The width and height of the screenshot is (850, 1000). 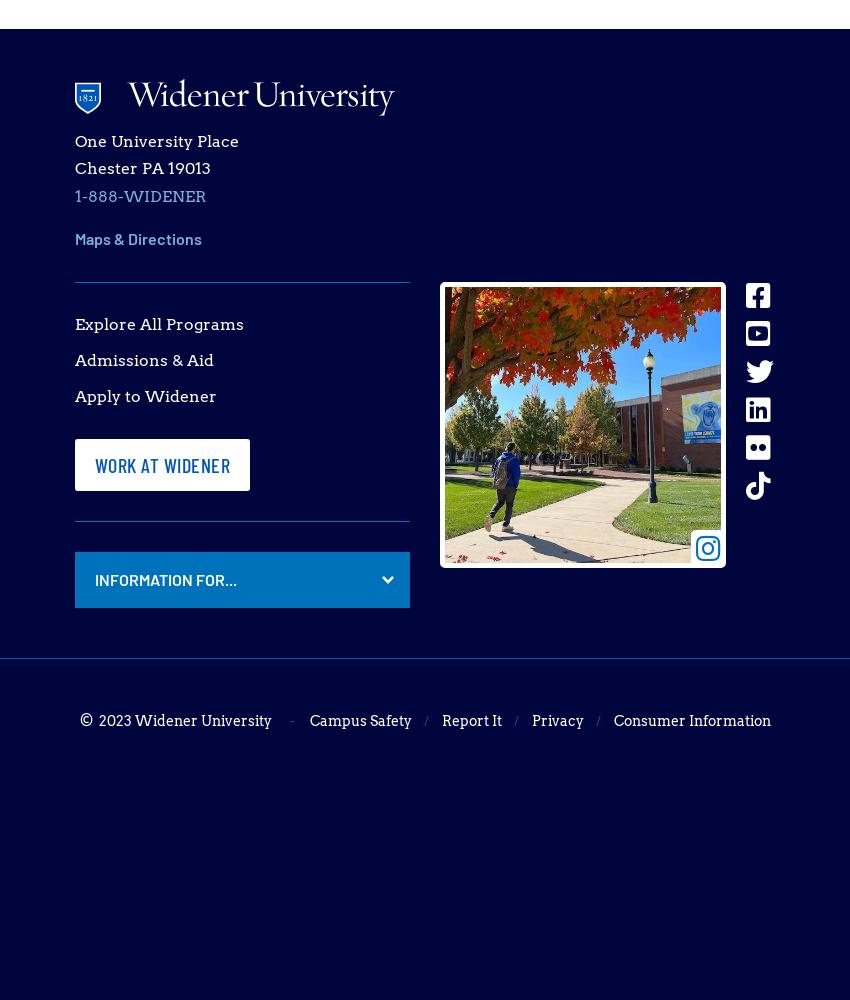 I want to click on 'Admissions & Aid', so click(x=143, y=359).